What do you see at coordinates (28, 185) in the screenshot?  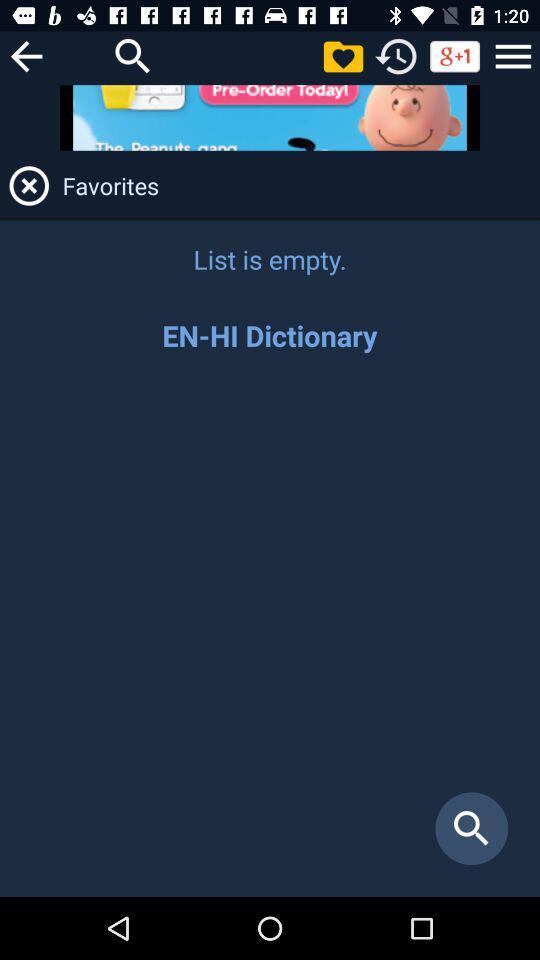 I see `it` at bounding box center [28, 185].